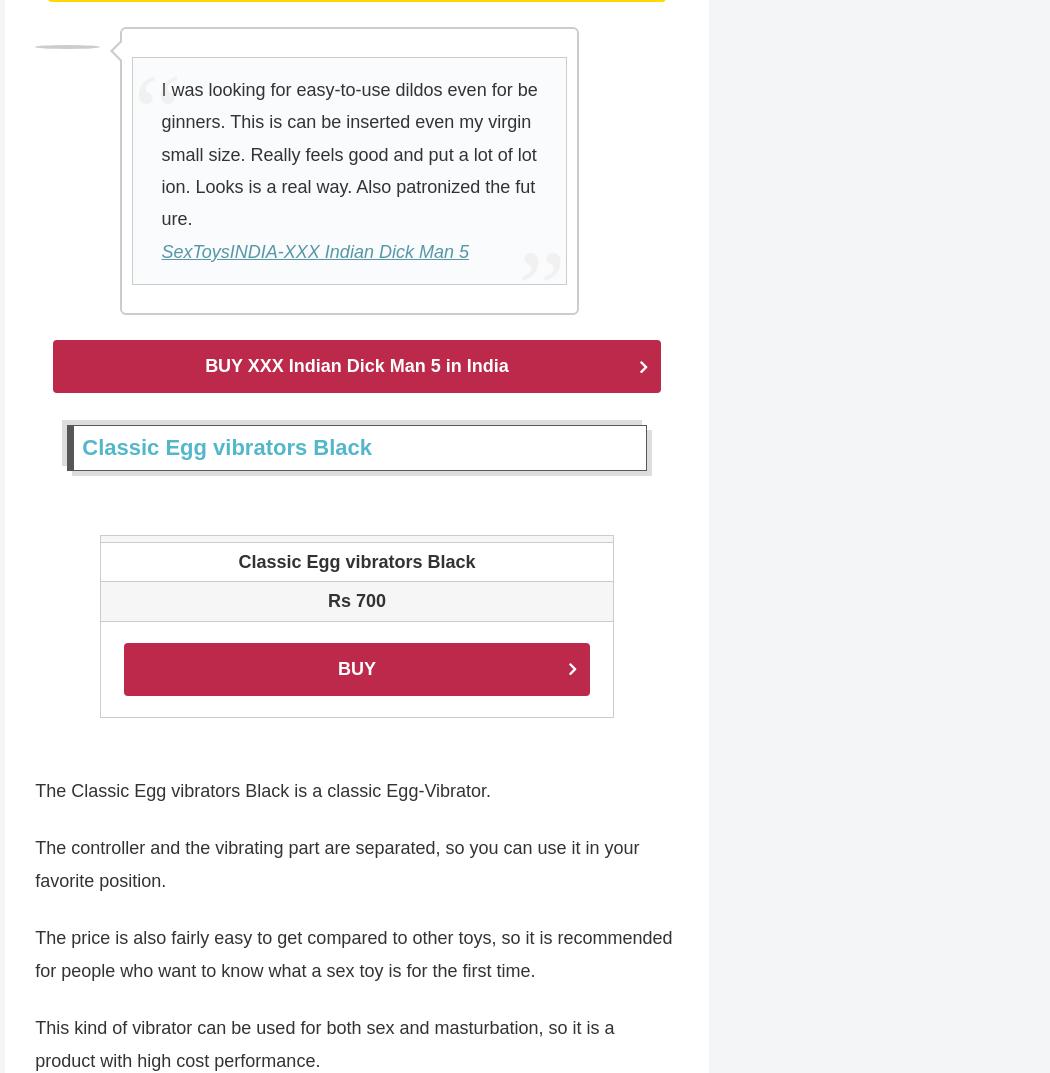 This screenshot has width=1050, height=1073. Describe the element at coordinates (355, 669) in the screenshot. I see `'BUY'` at that location.